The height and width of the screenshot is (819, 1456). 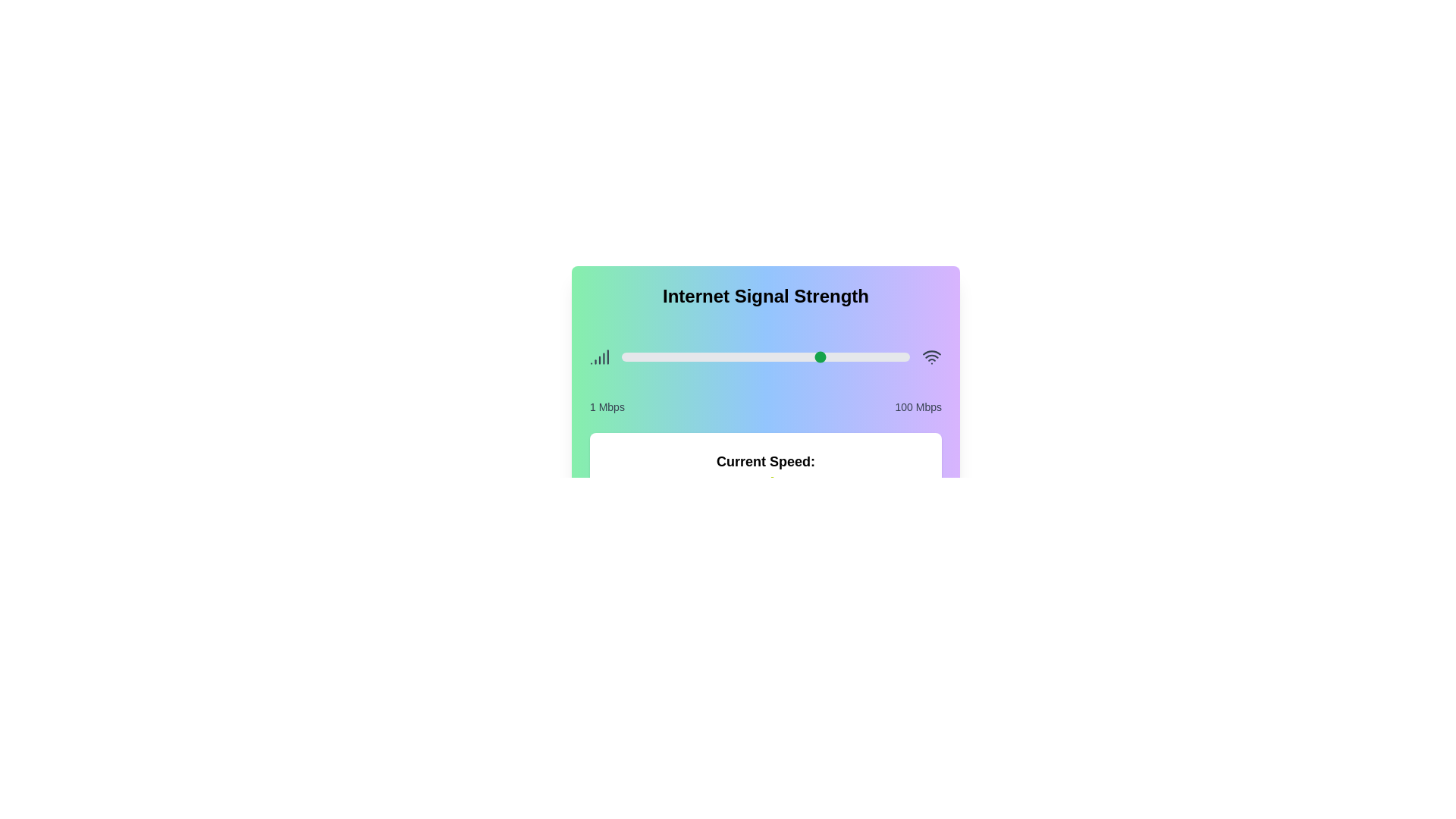 I want to click on the slider to set the signal strength to 13 Mbps, so click(x=657, y=356).